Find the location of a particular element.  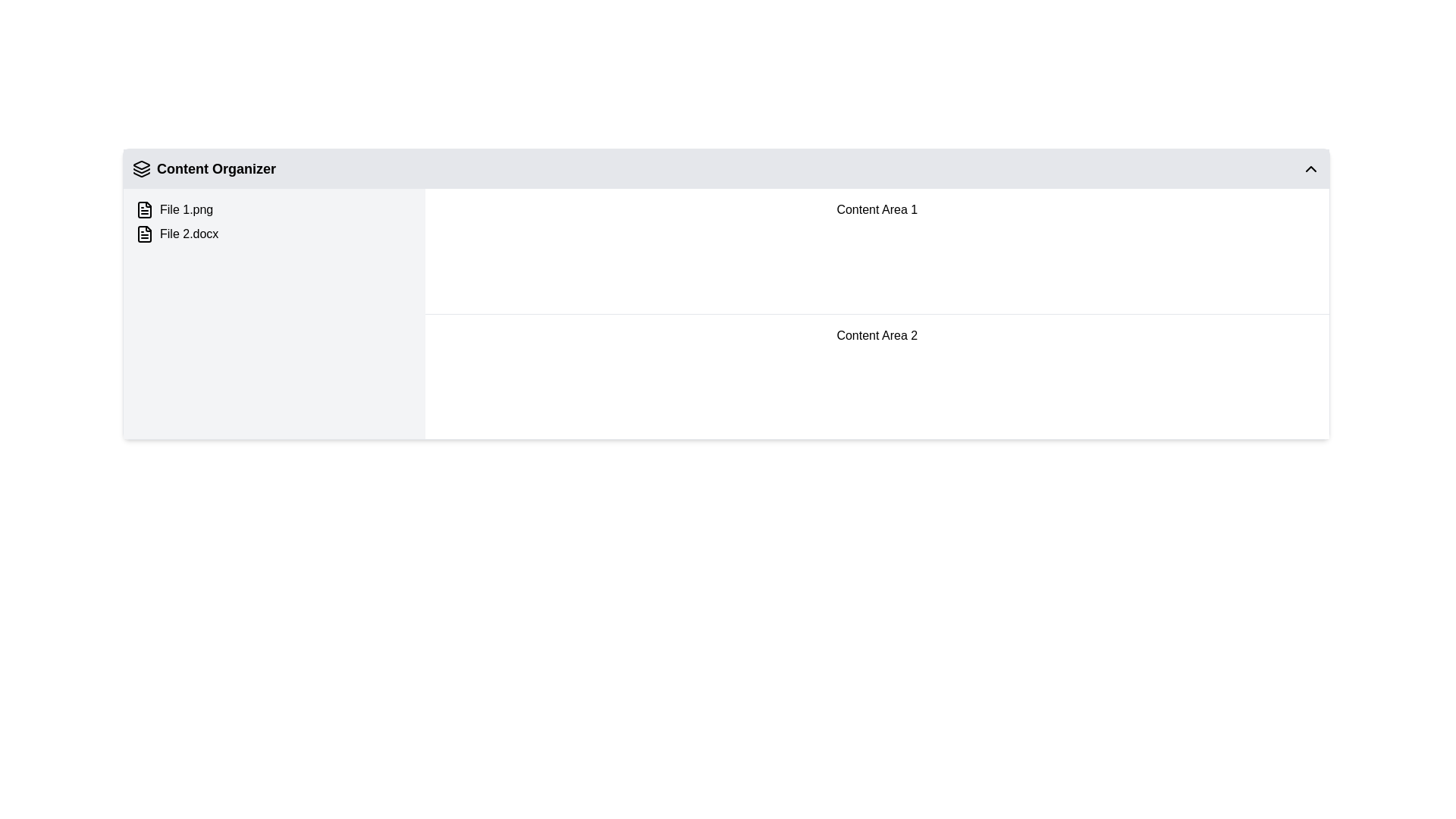

the decorative icon located to the left of the file name 'File 1.png' in the first row of the list of files is located at coordinates (145, 210).